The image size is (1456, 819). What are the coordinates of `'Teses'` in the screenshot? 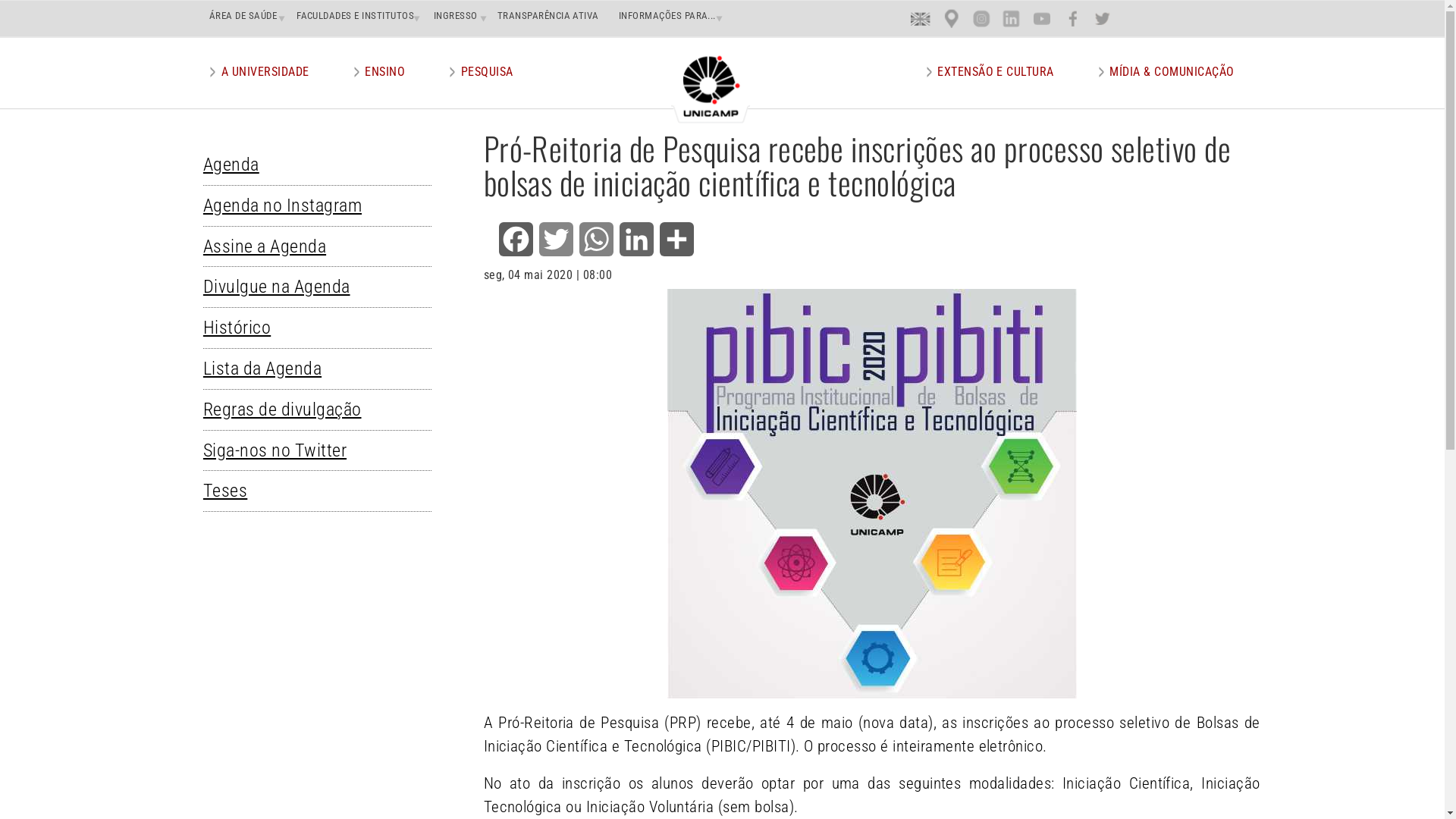 It's located at (202, 491).